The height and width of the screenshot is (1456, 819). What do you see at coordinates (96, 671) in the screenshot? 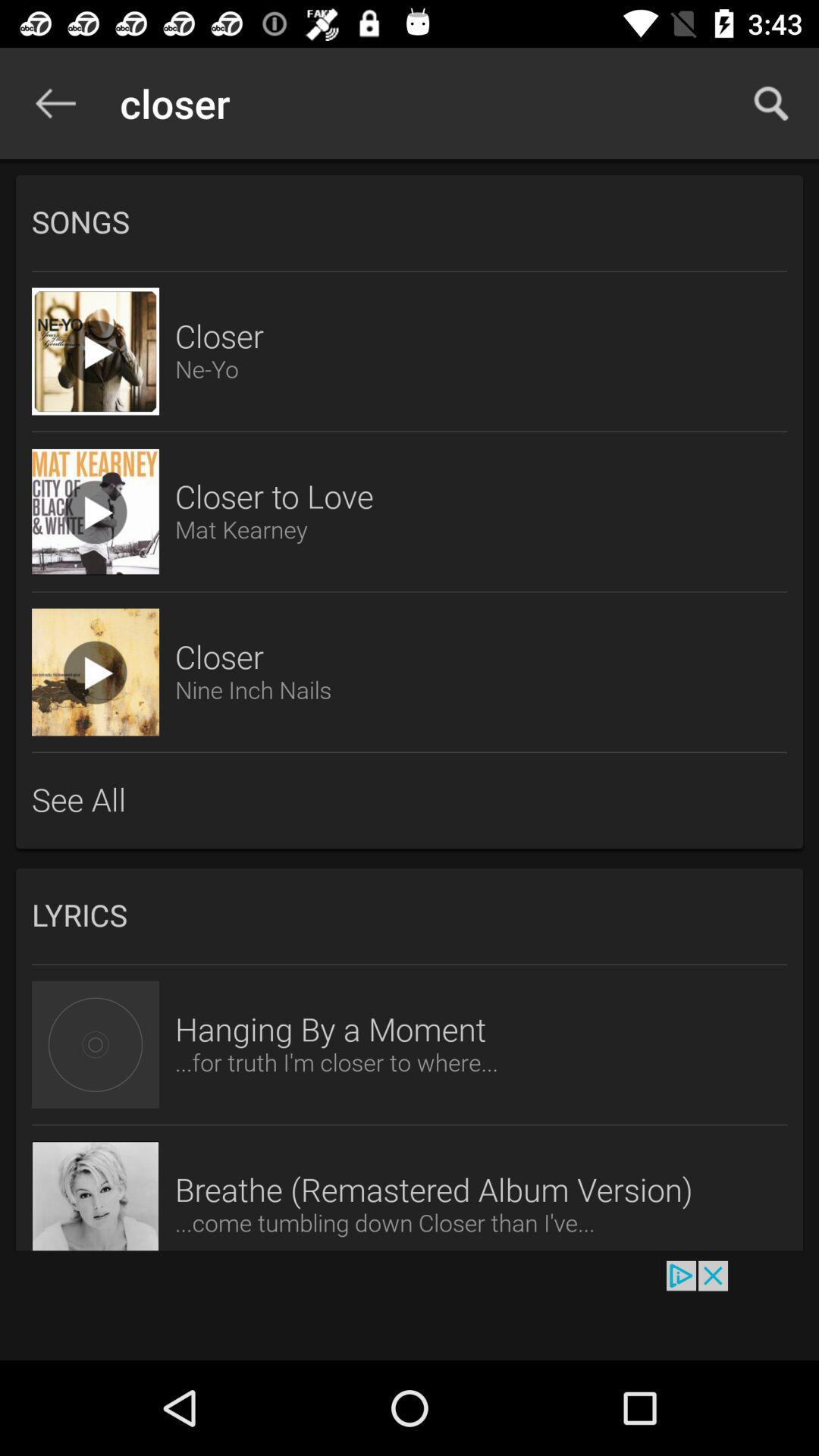
I see `song` at bounding box center [96, 671].